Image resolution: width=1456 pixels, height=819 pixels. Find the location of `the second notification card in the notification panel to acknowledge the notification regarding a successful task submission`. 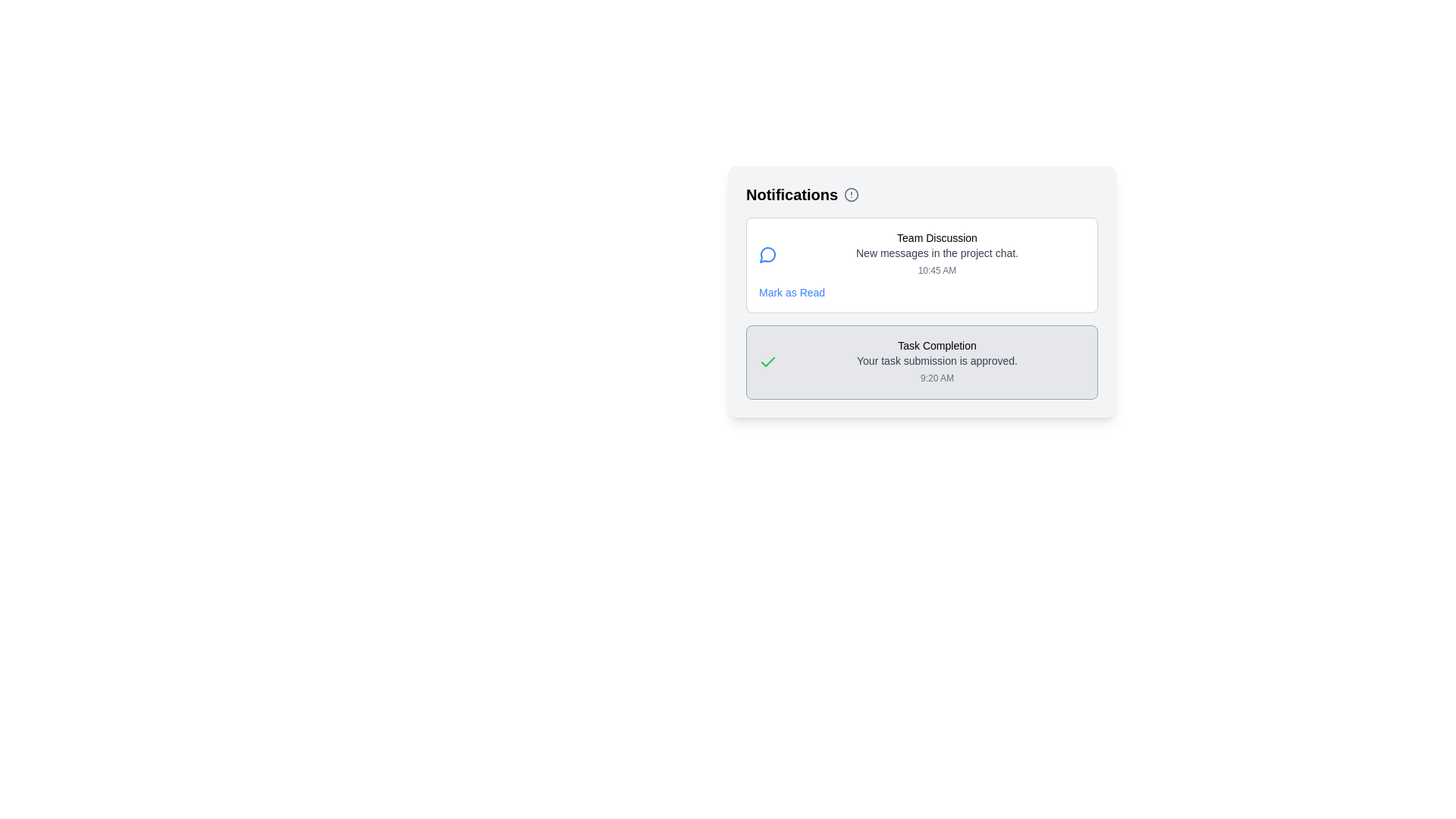

the second notification card in the notification panel to acknowledge the notification regarding a successful task submission is located at coordinates (921, 362).